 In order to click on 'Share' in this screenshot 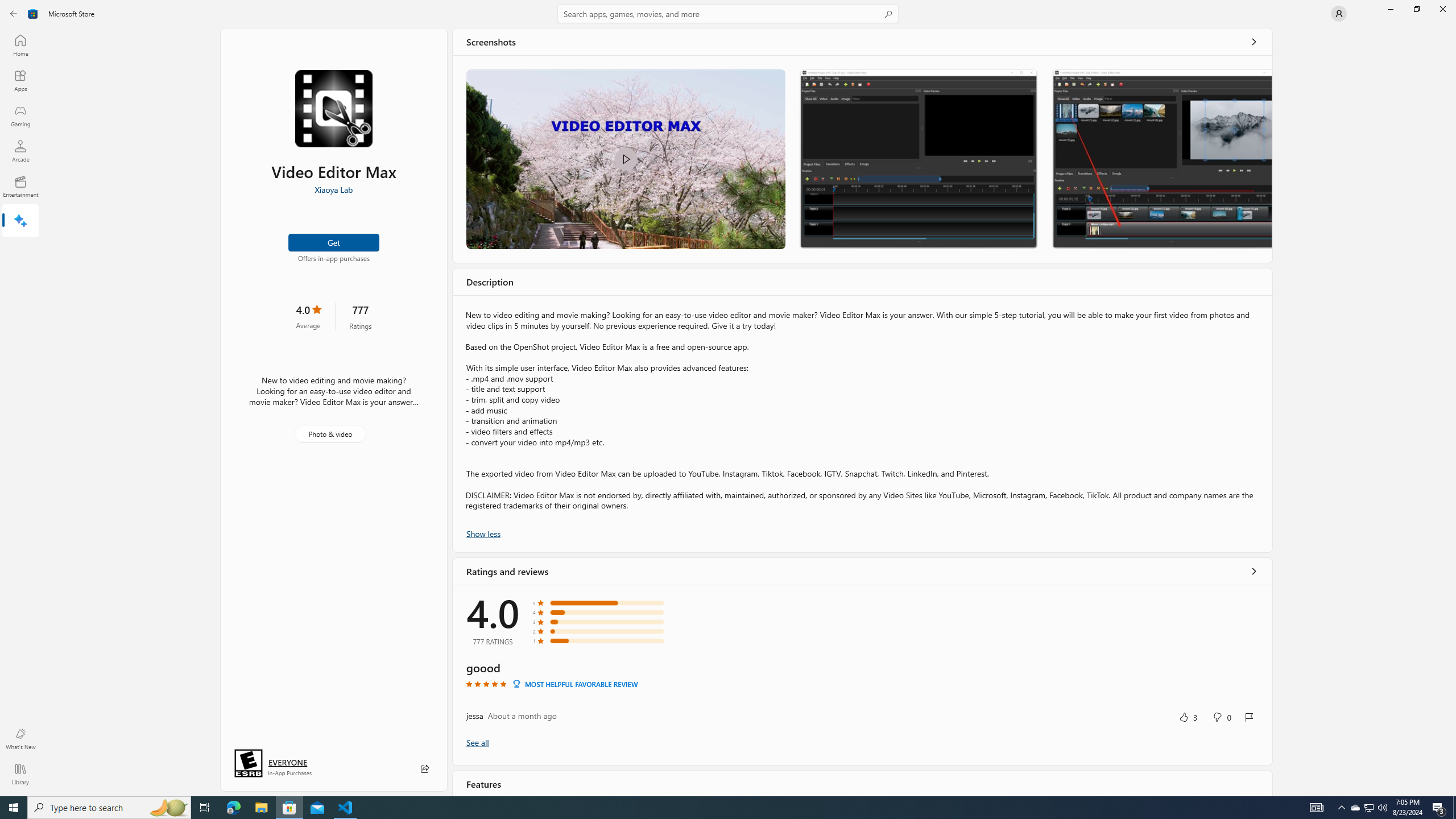, I will do `click(424, 768)`.